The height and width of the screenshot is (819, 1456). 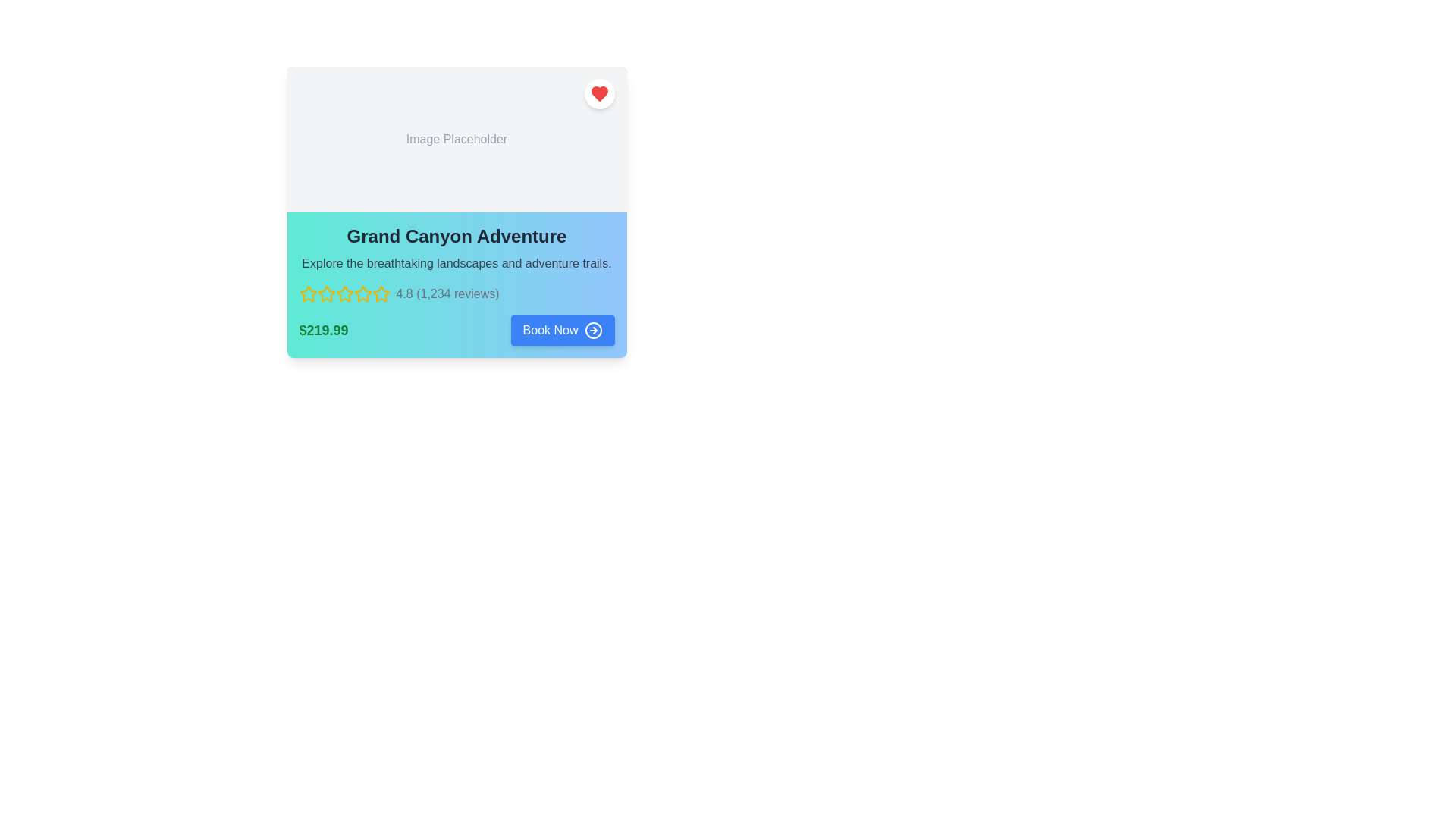 I want to click on the red heart-shaped icon in the top-right corner of the card layout to trigger a tooltip, so click(x=598, y=93).